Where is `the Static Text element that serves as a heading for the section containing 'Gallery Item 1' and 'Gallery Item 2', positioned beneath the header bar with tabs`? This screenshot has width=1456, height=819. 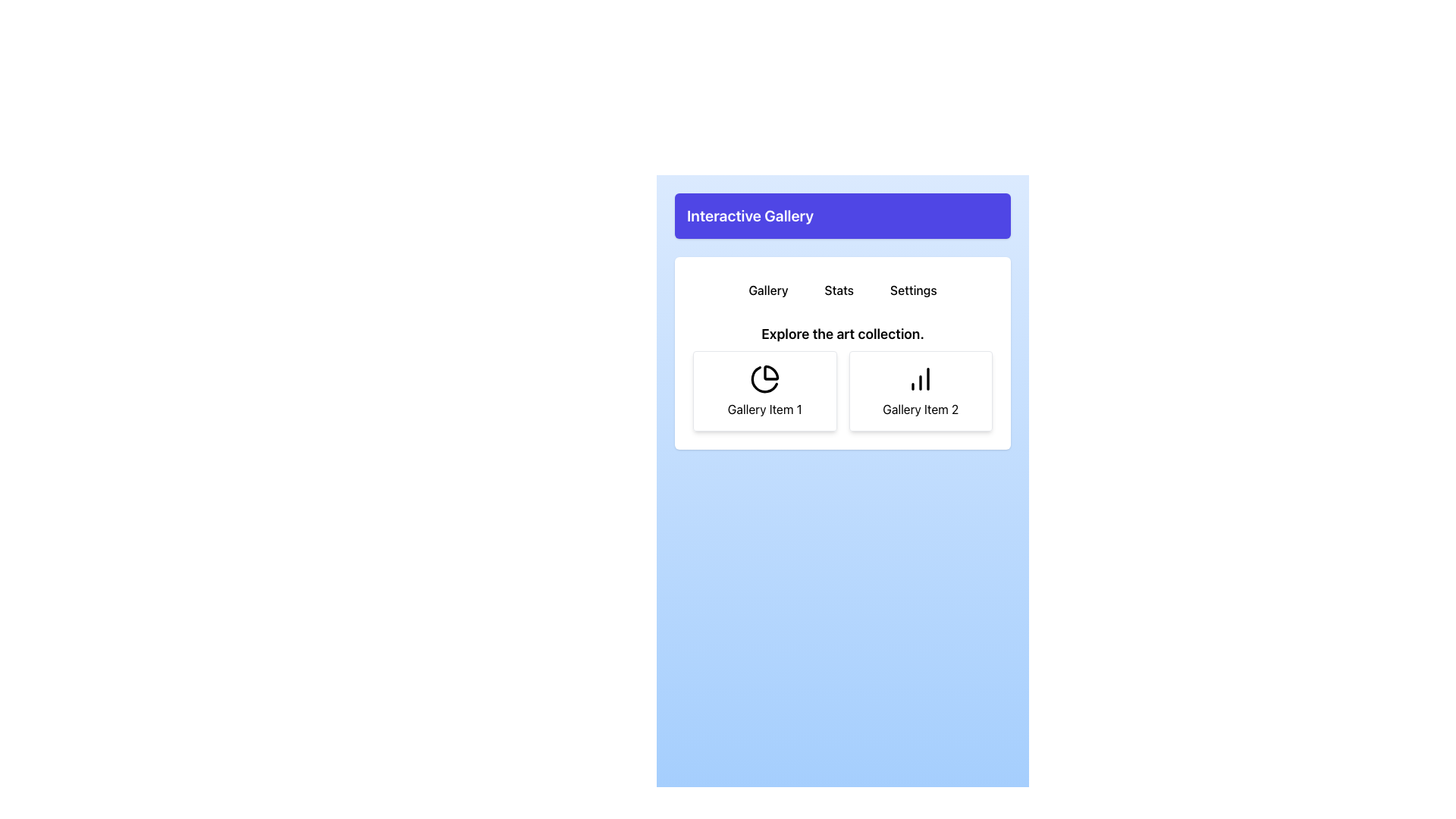 the Static Text element that serves as a heading for the section containing 'Gallery Item 1' and 'Gallery Item 2', positioned beneath the header bar with tabs is located at coordinates (842, 333).